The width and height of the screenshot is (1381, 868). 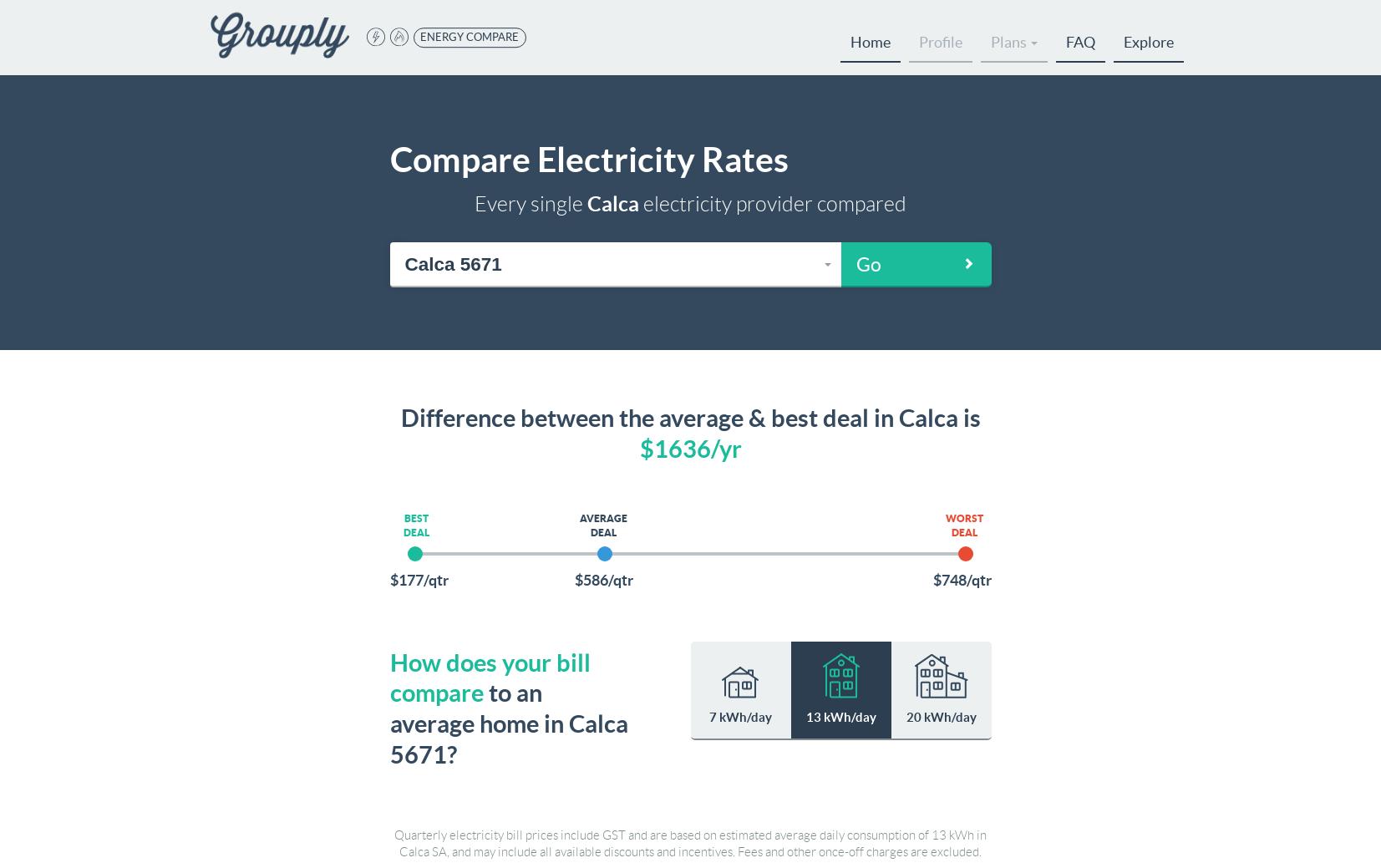 I want to click on '$', so click(x=645, y=448).